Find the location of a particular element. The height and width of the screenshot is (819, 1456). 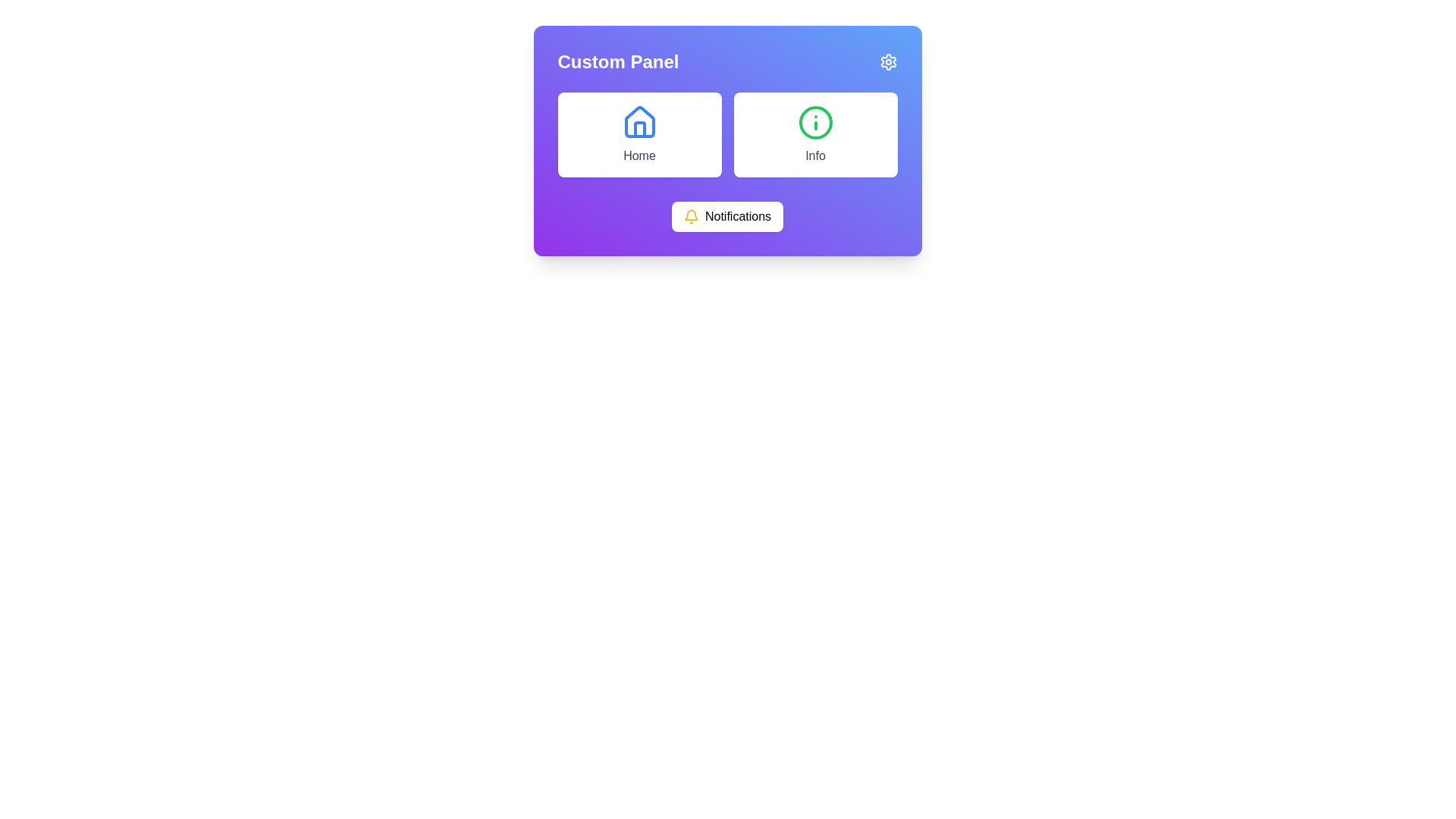

informational text labeled 'Info' displayed in gray font, which is centered below the information icon is located at coordinates (814, 155).